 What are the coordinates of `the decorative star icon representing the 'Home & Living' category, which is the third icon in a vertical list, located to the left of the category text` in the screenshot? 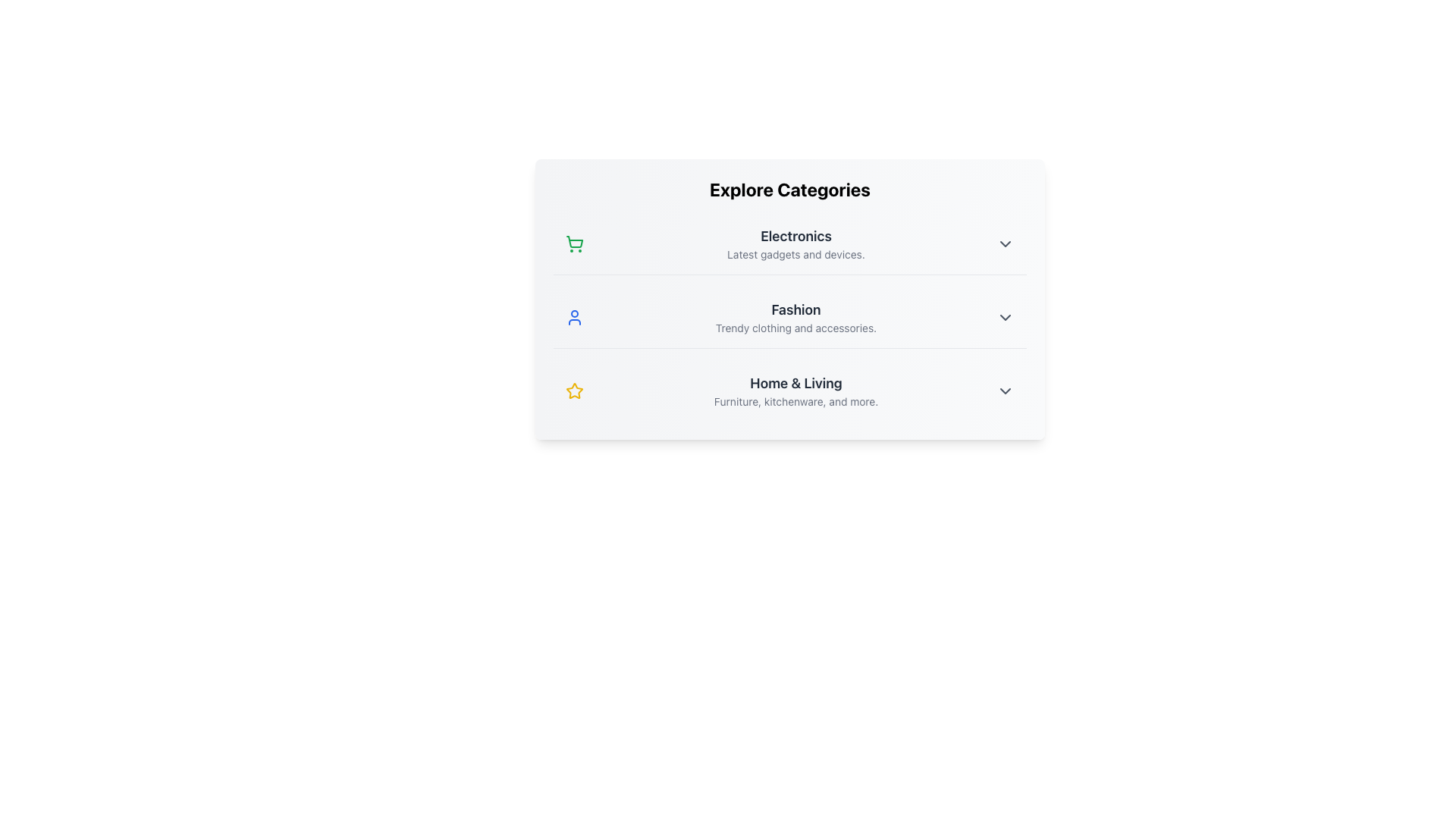 It's located at (574, 390).